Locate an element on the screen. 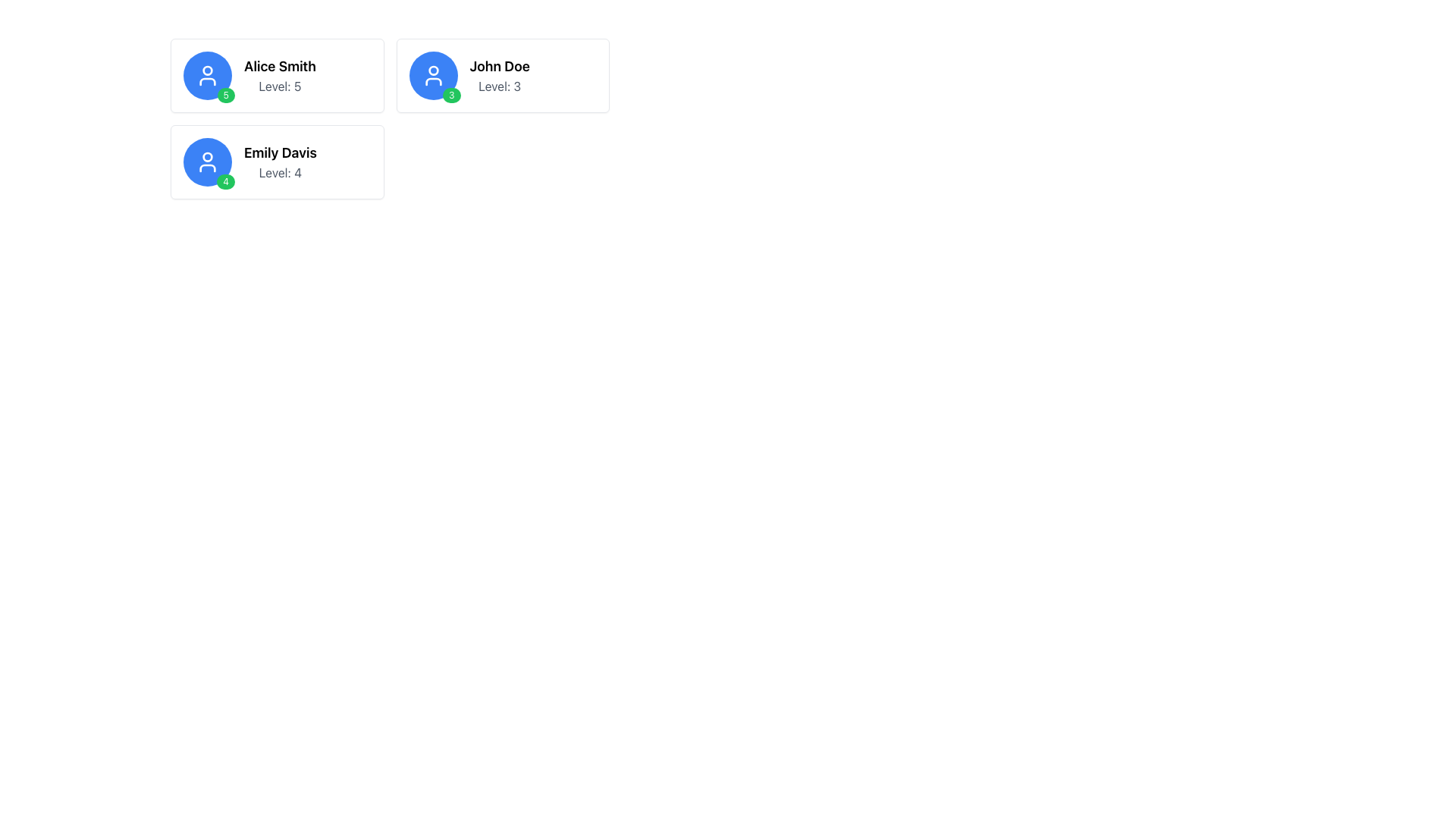  small circular SVG Circle element located at the top-center of the user icon for 'John Doe, Level: 3' to gather additional details is located at coordinates (432, 71).